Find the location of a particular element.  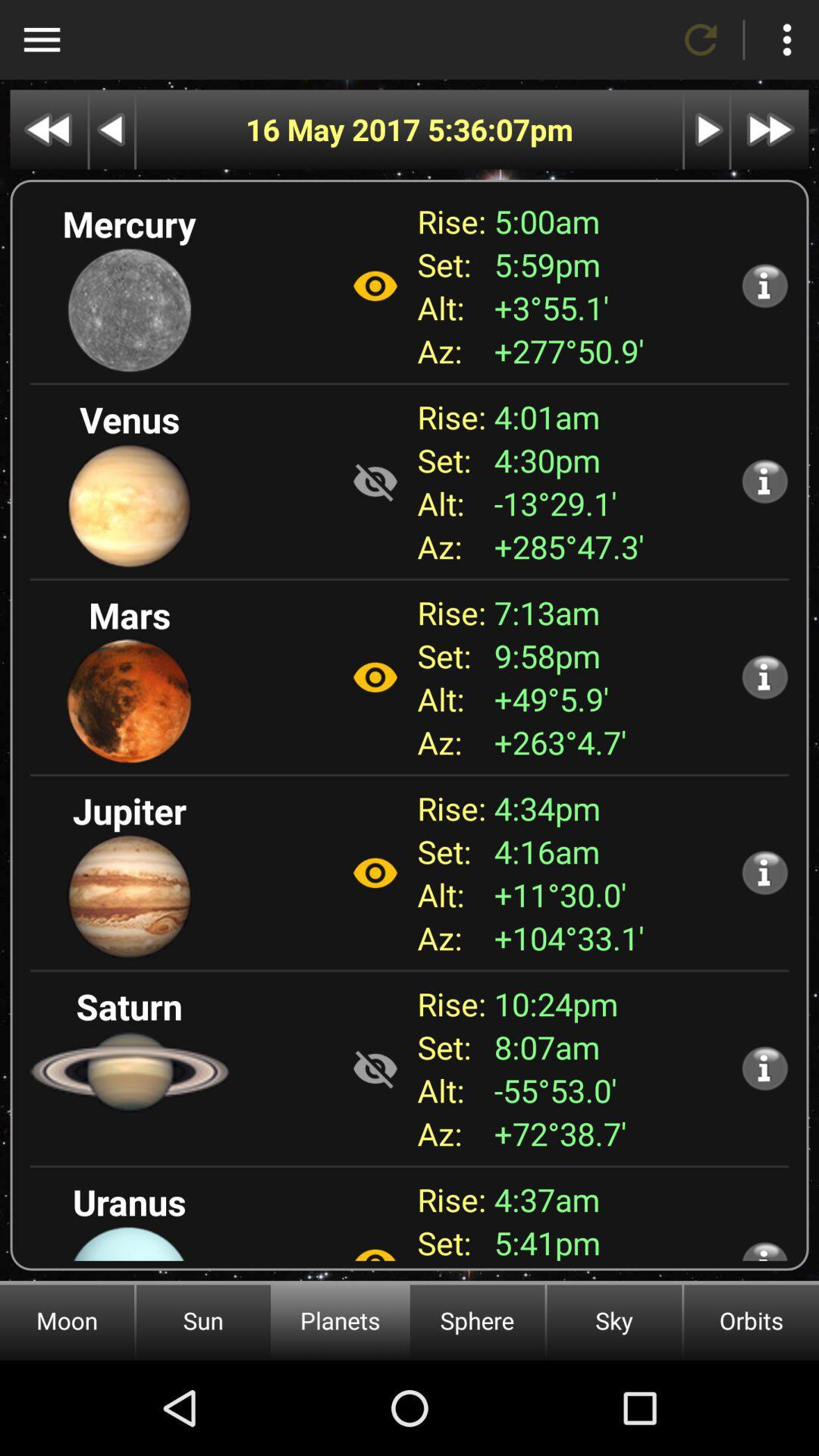

information about uranus is located at coordinates (764, 1250).